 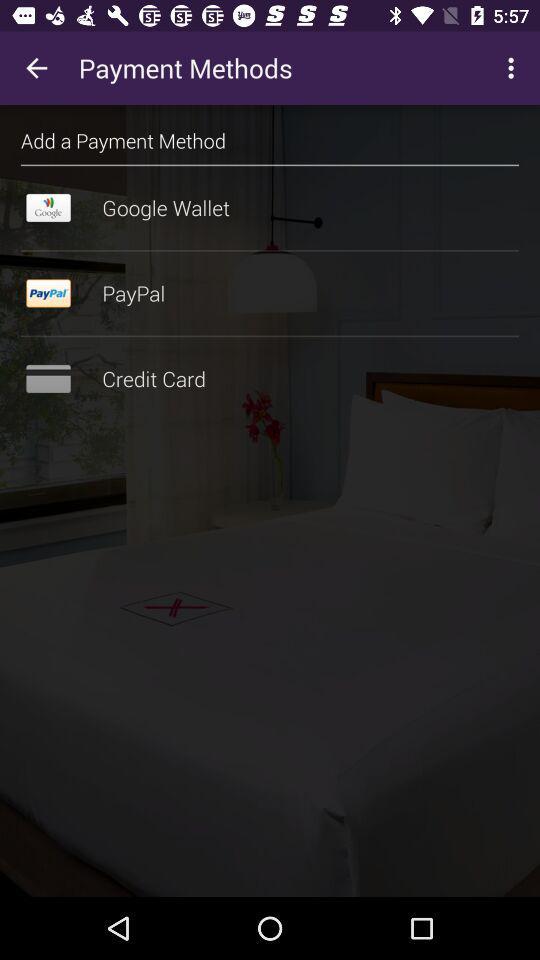 What do you see at coordinates (270, 378) in the screenshot?
I see `credit card item` at bounding box center [270, 378].